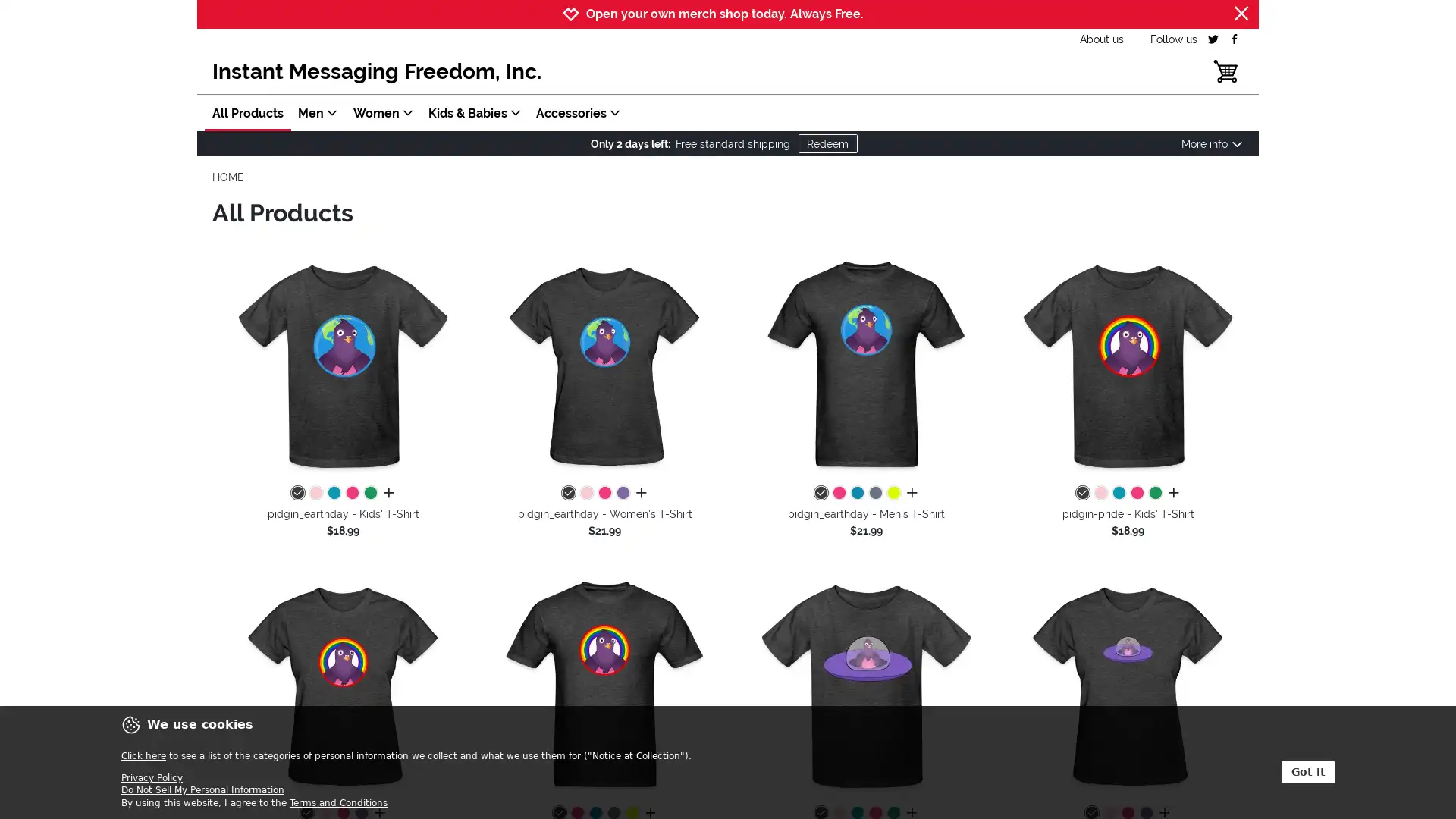  I want to click on heather black, so click(566, 494).